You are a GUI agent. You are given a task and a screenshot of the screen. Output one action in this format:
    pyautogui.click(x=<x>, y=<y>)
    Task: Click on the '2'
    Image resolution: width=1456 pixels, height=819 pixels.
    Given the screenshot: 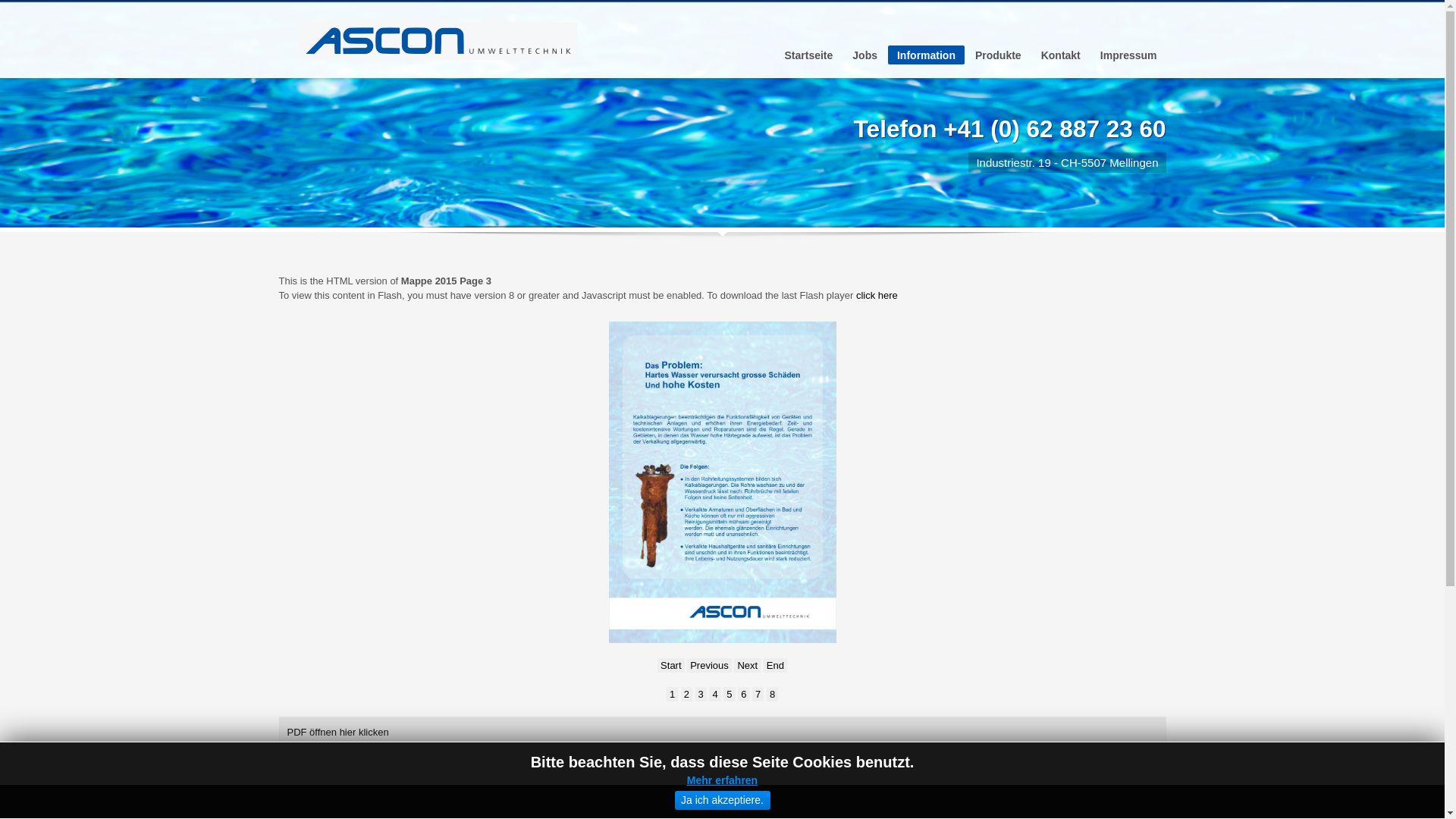 What is the action you would take?
    pyautogui.click(x=686, y=694)
    